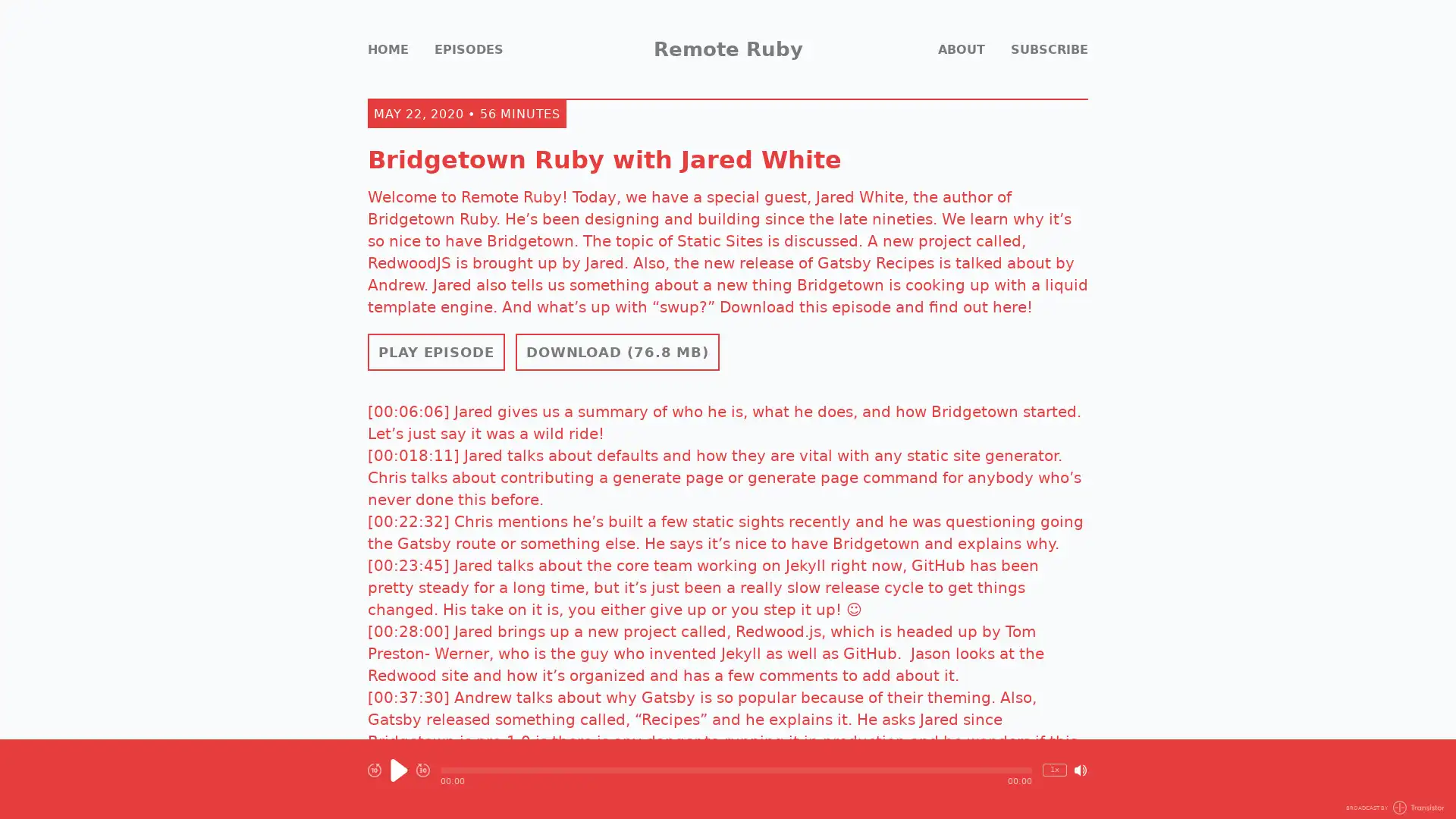  Describe the element at coordinates (422, 770) in the screenshot. I see `Fast Forward 30 seconds` at that location.